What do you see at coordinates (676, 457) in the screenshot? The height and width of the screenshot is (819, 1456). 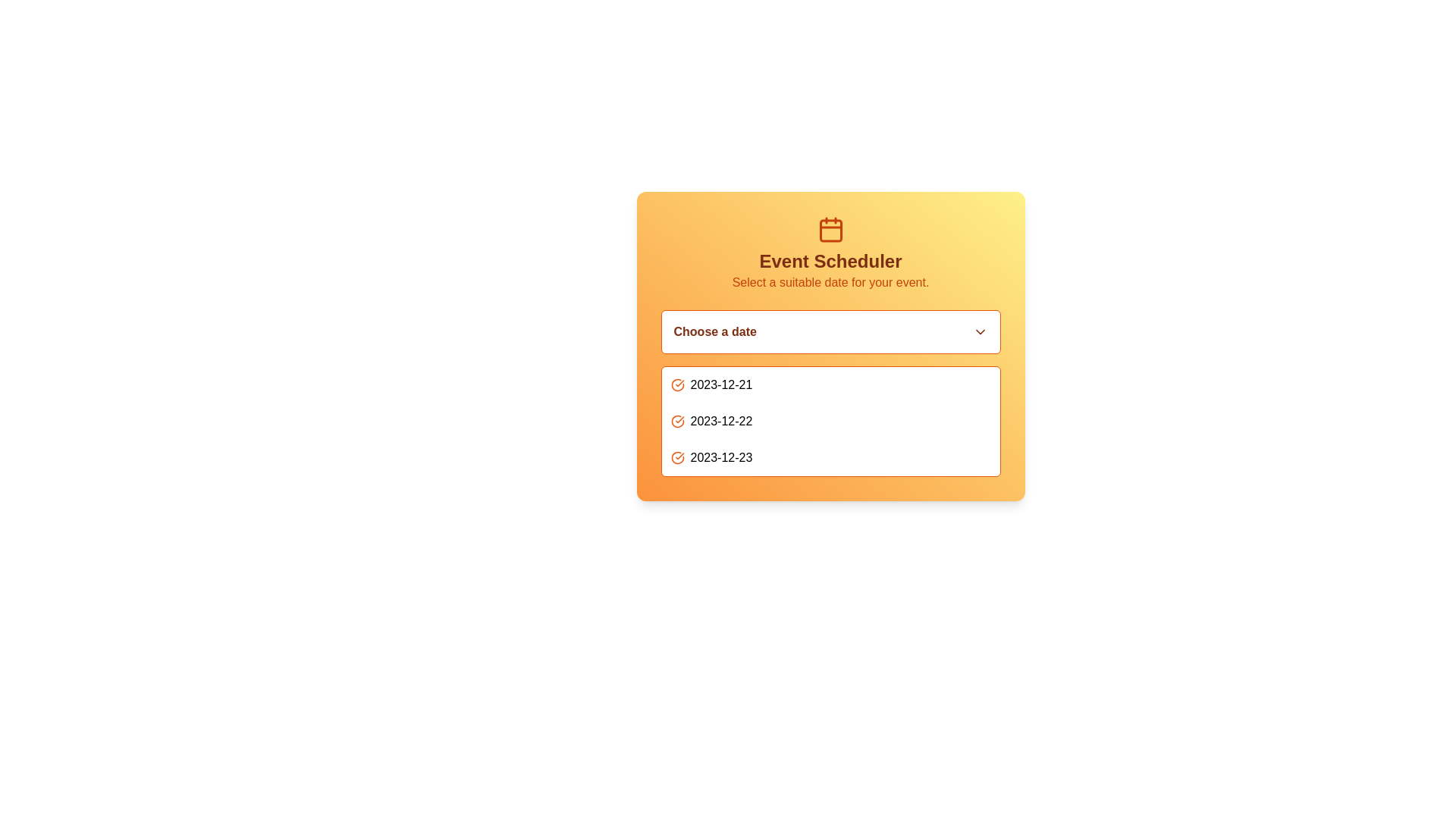 I see `the icon indicating that the date '2023-12-23' is marked as significant to mark or unmark the date in the event scheduler interface` at bounding box center [676, 457].